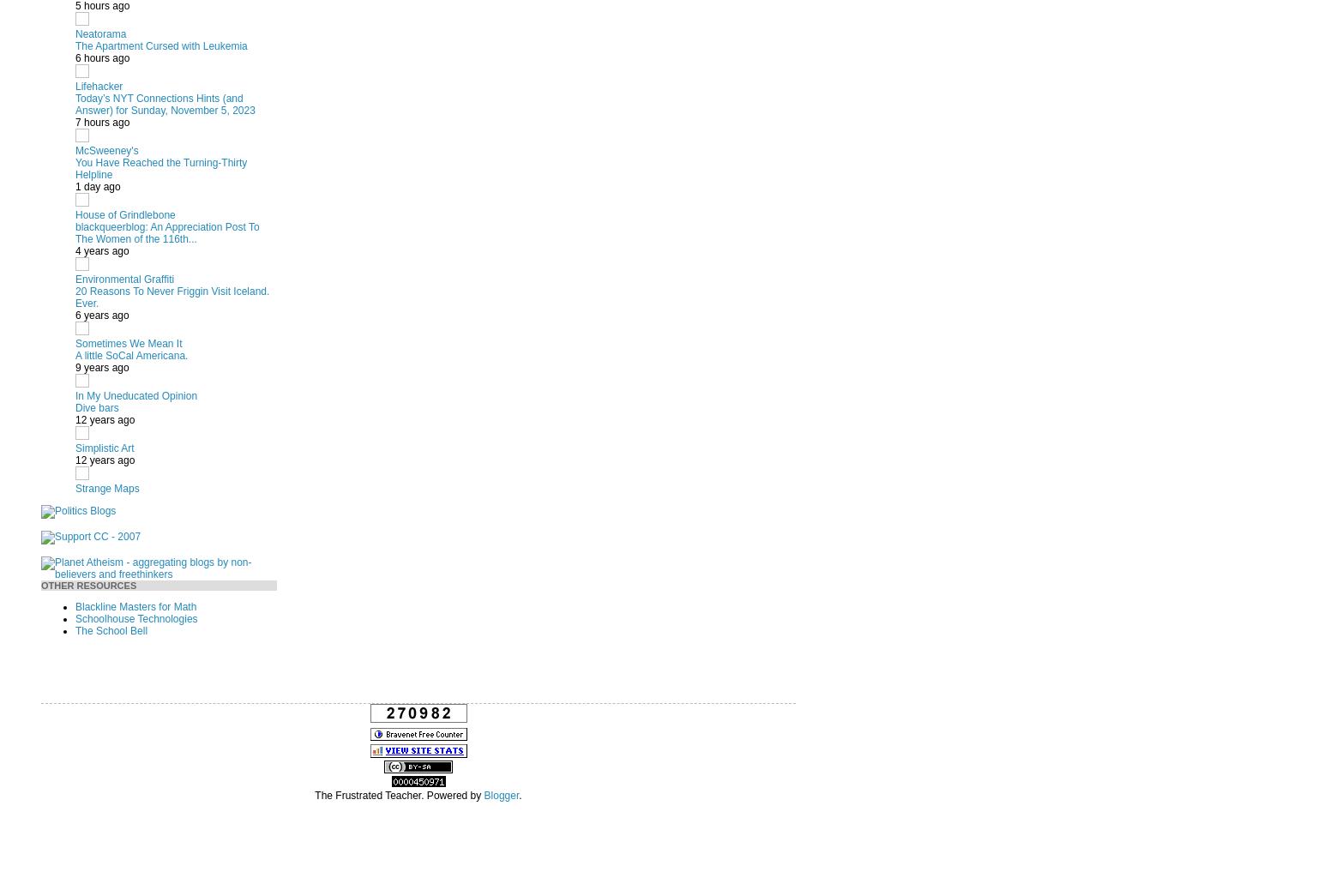 This screenshot has height=896, width=1336. What do you see at coordinates (398, 795) in the screenshot?
I see `'The Frustrated Teacher. Powered by'` at bounding box center [398, 795].